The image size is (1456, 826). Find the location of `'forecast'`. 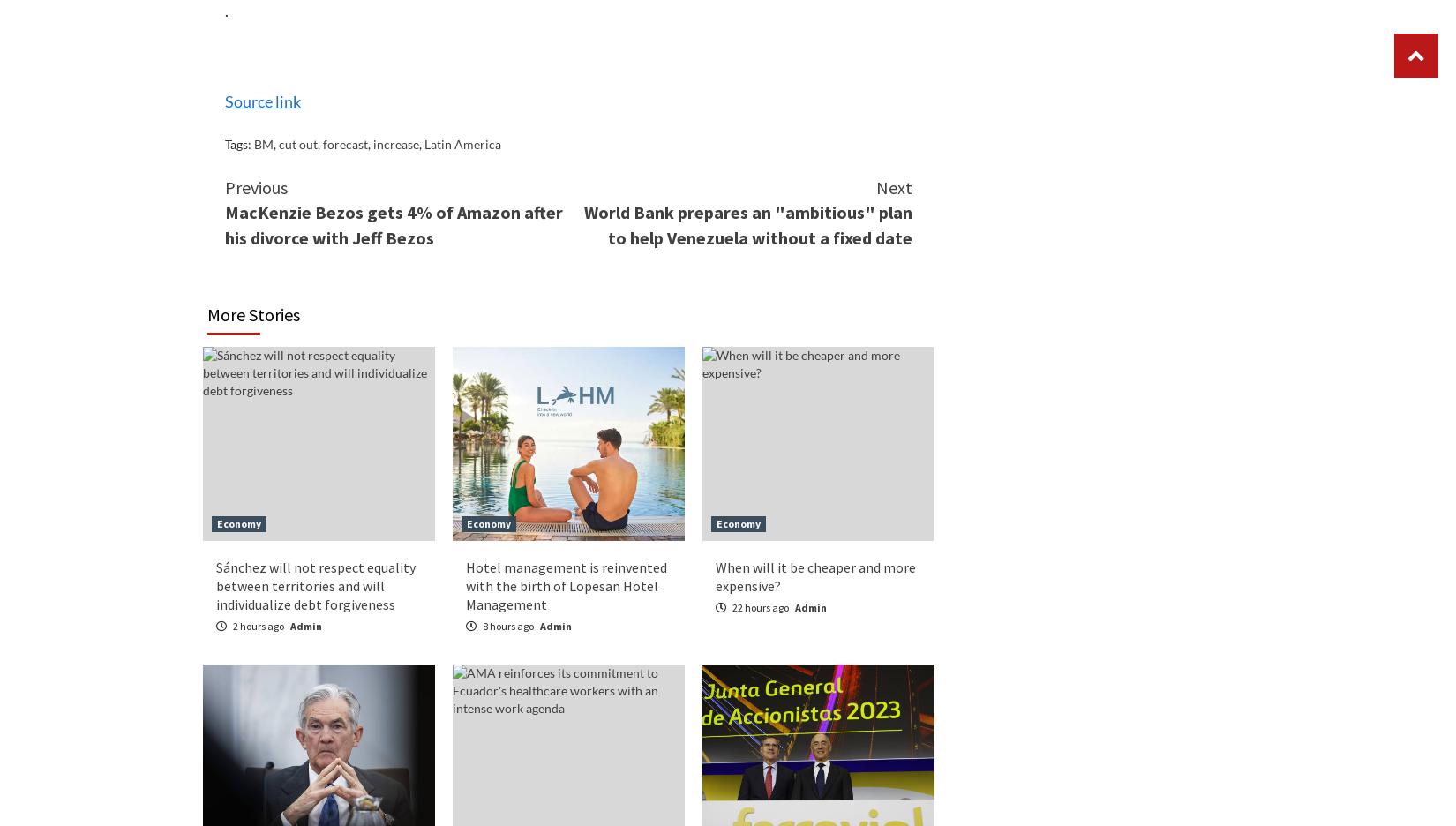

'forecast' is located at coordinates (345, 142).